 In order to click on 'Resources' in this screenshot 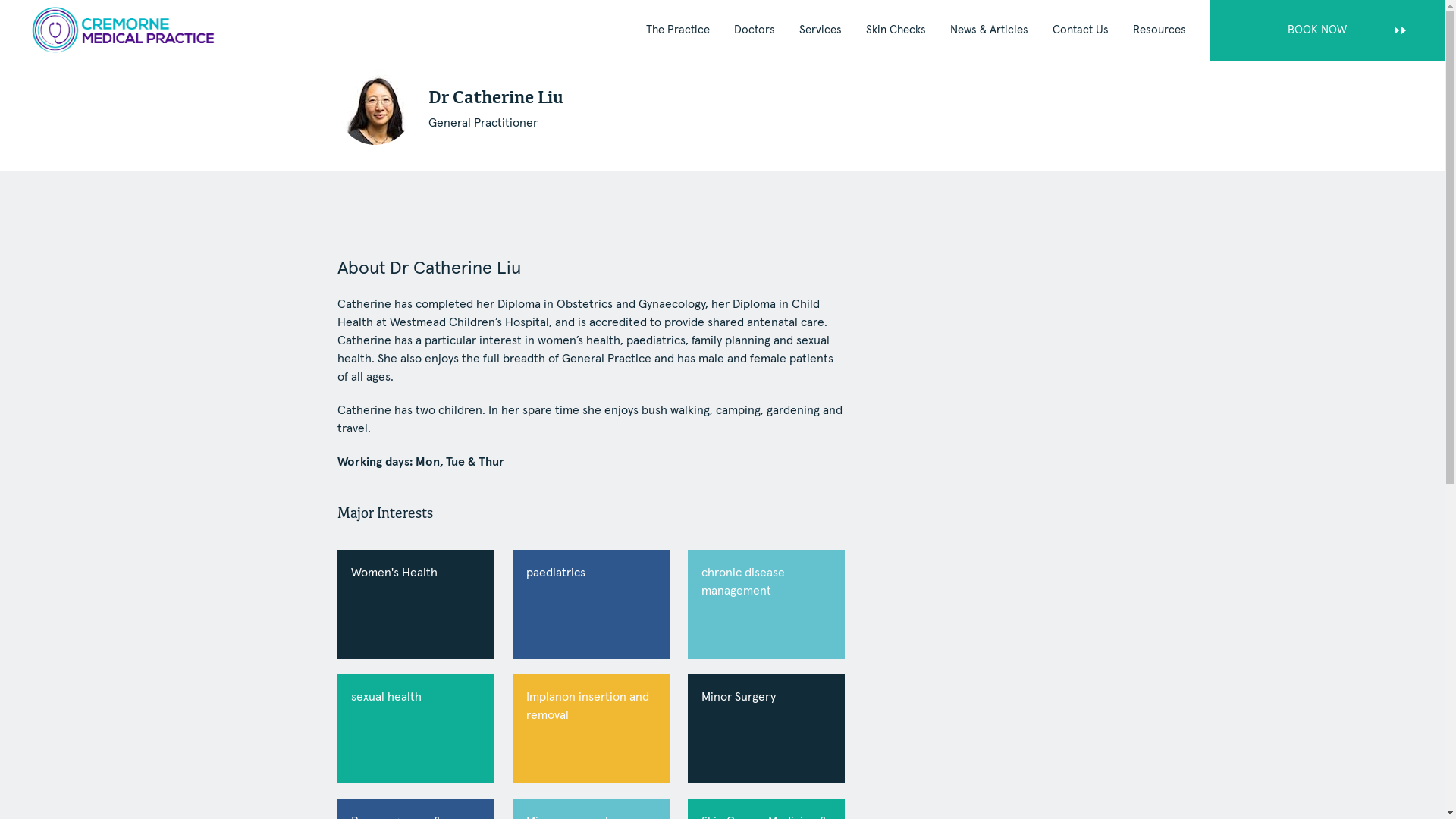, I will do `click(1159, 30)`.